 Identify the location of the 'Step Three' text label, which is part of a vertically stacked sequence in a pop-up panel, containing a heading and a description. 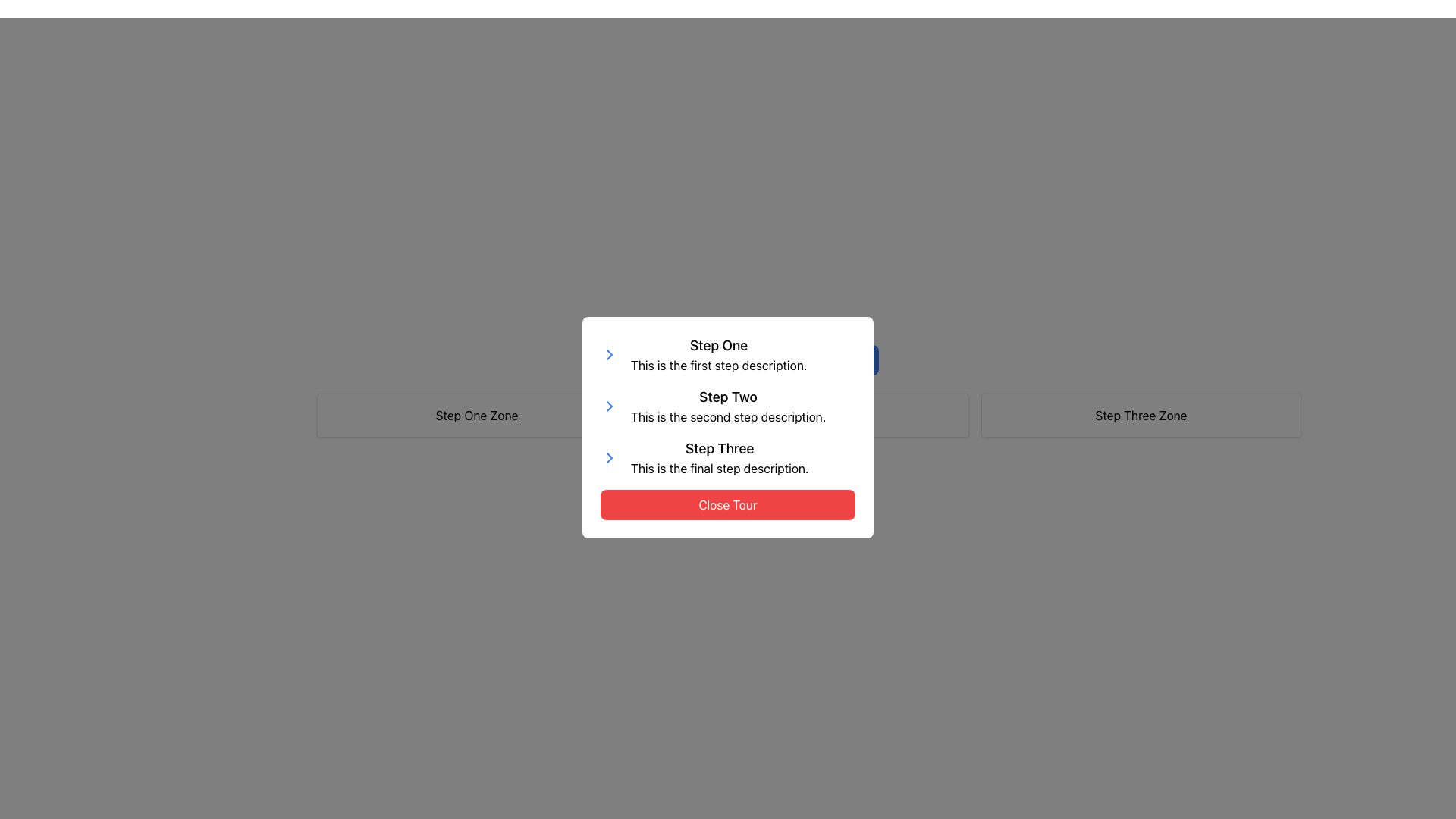
(719, 457).